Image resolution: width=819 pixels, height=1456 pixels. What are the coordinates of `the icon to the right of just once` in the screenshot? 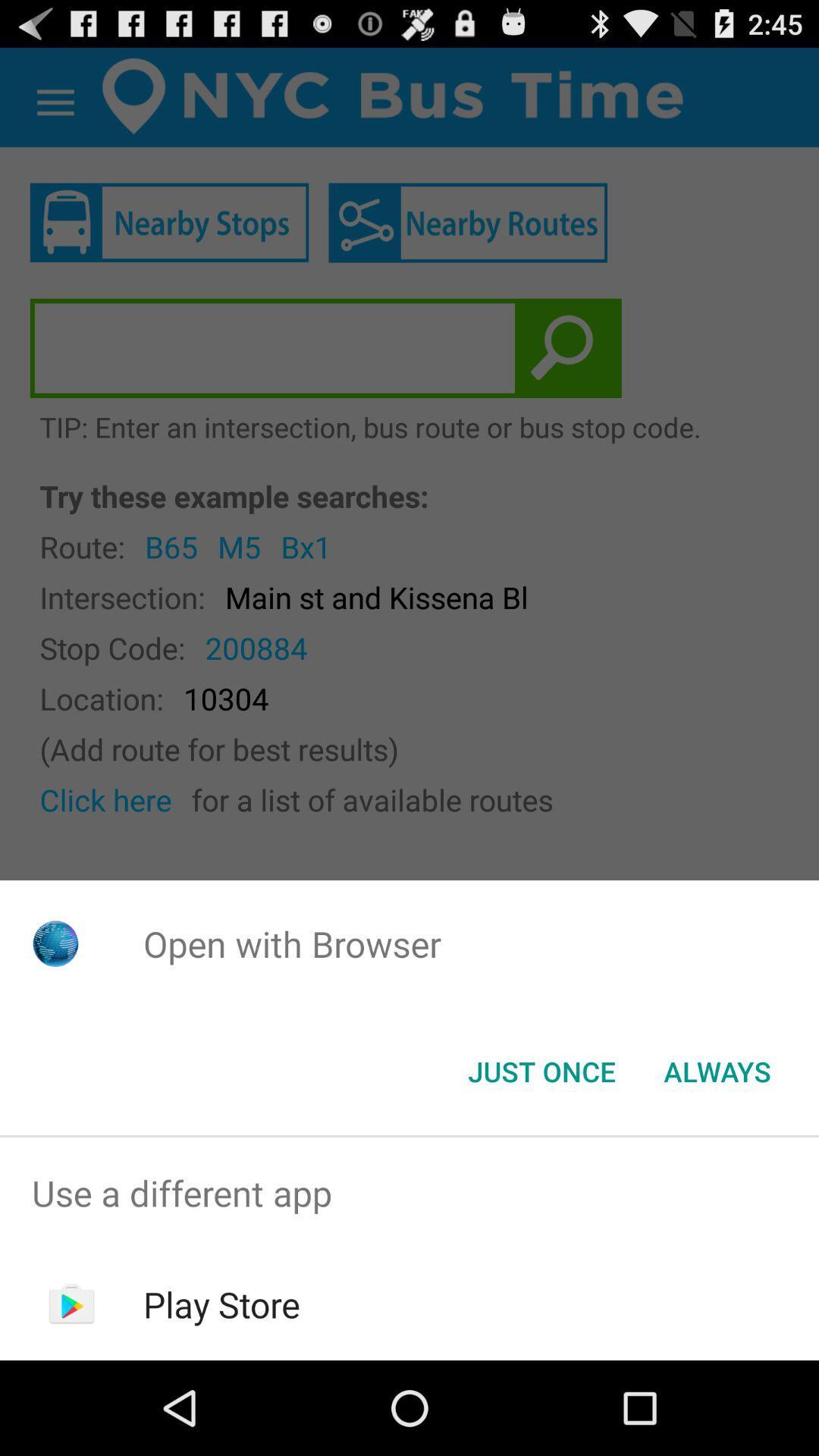 It's located at (717, 1070).